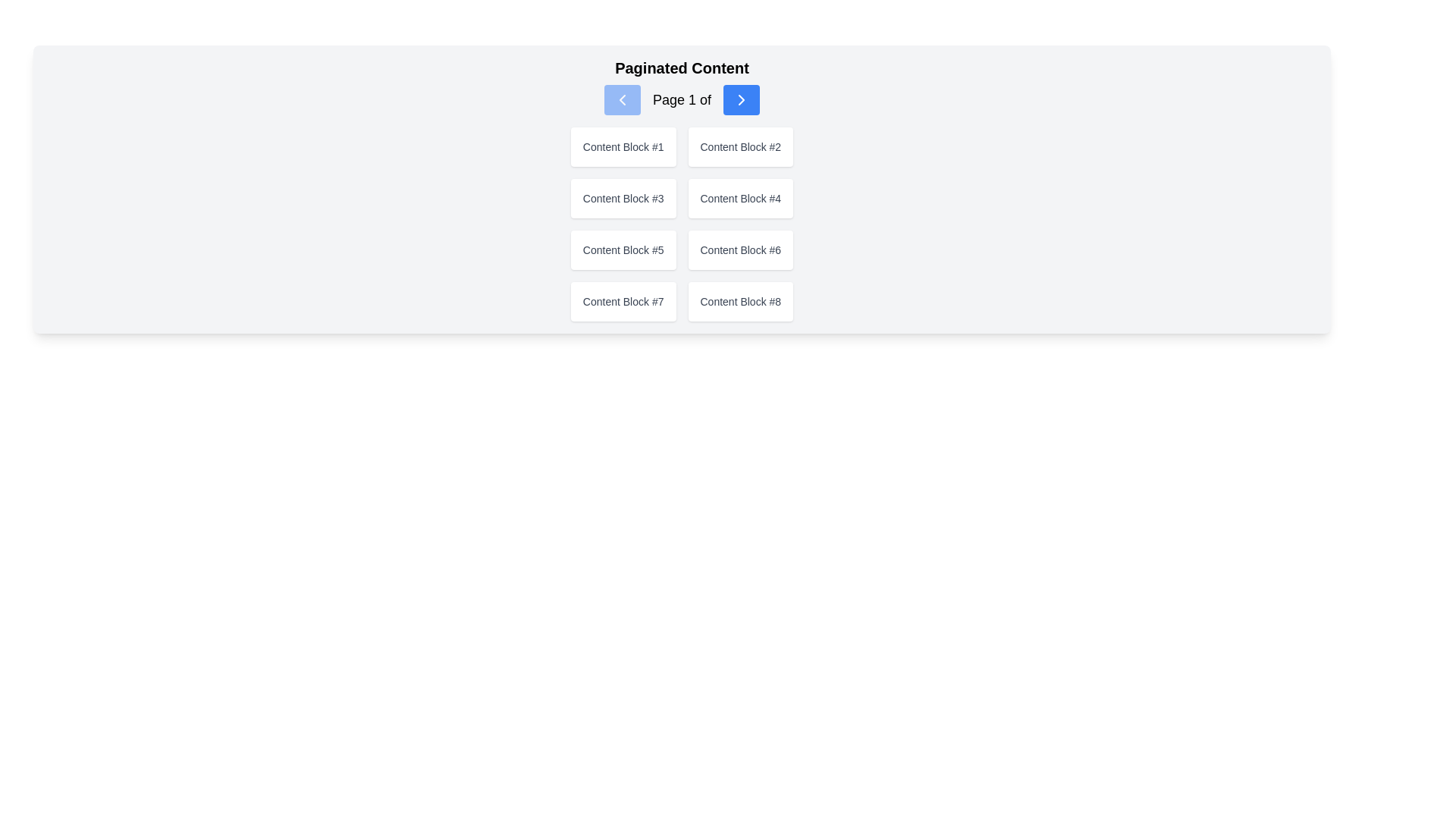  What do you see at coordinates (623, 249) in the screenshot?
I see `the Content Block identified by the text 'Content Block #5', which is a rectangular block with a white background and rounded corners, to interact with it` at bounding box center [623, 249].